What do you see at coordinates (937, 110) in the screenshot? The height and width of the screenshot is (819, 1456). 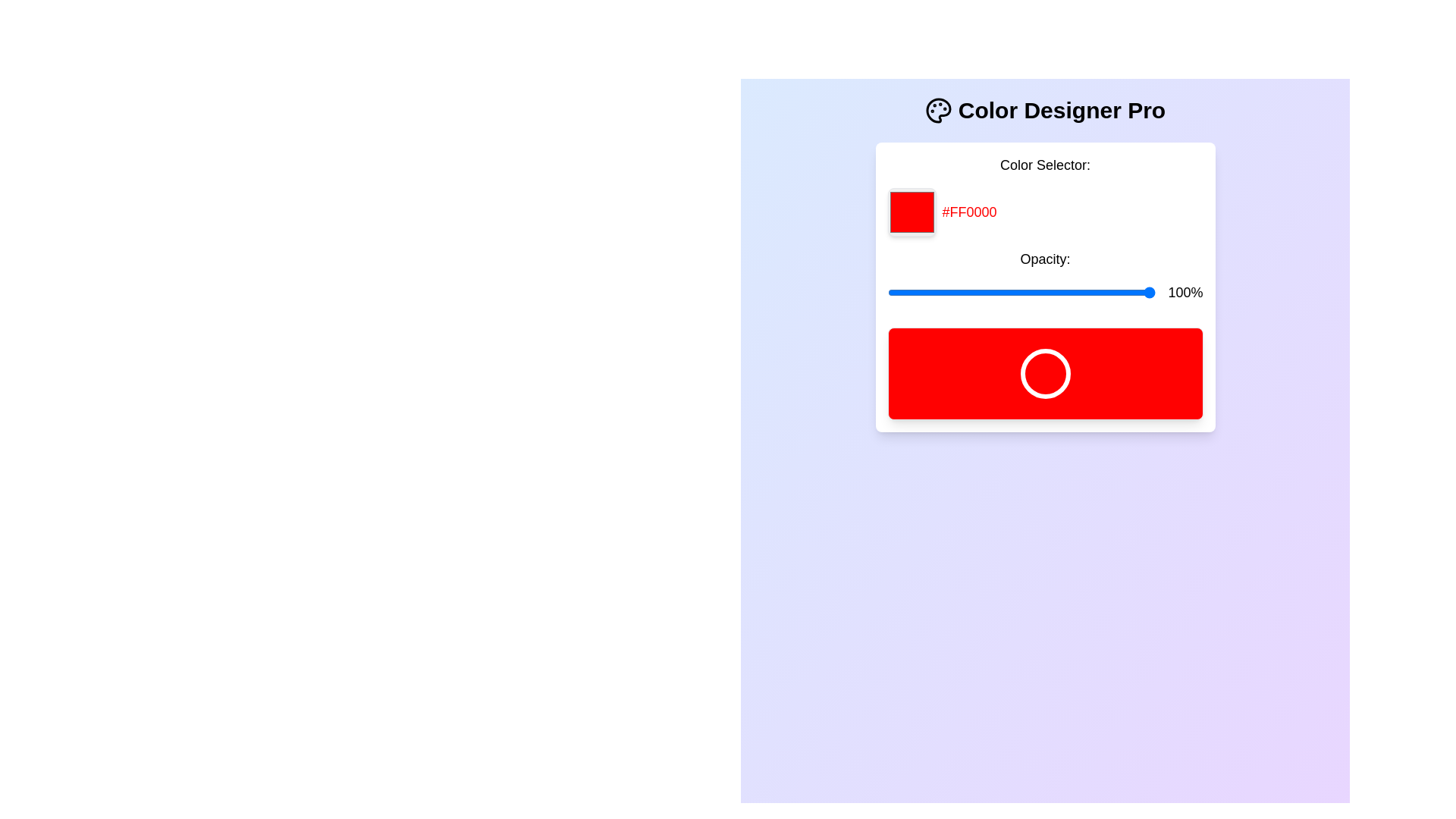 I see `the Decorative icon, which is a circular shape resembling a palette located inside the 'Color Designer Pro' logo area at the top of the interface` at bounding box center [937, 110].